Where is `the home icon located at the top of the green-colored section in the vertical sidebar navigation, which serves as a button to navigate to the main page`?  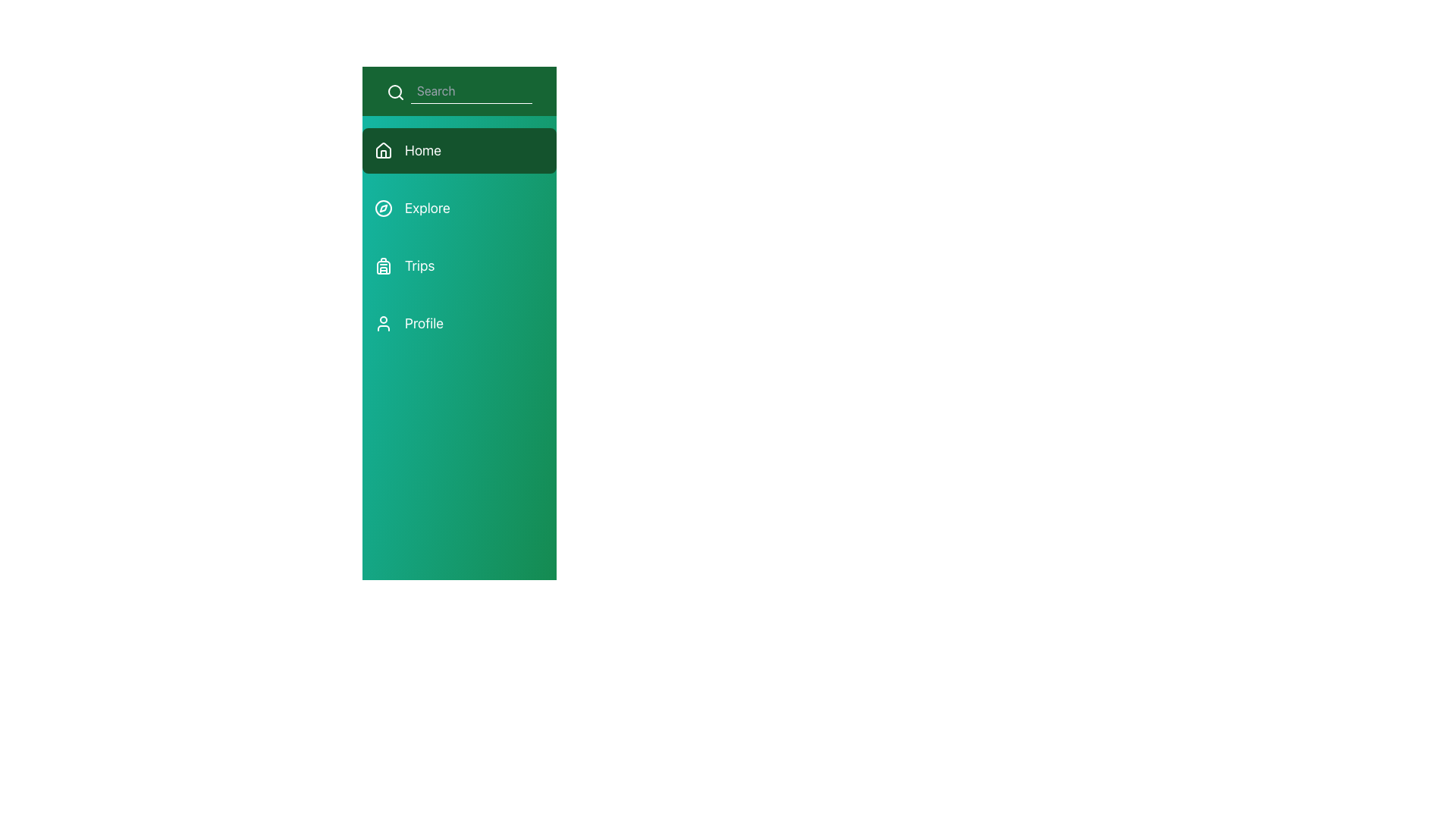
the home icon located at the top of the green-colored section in the vertical sidebar navigation, which serves as a button to navigate to the main page is located at coordinates (383, 151).